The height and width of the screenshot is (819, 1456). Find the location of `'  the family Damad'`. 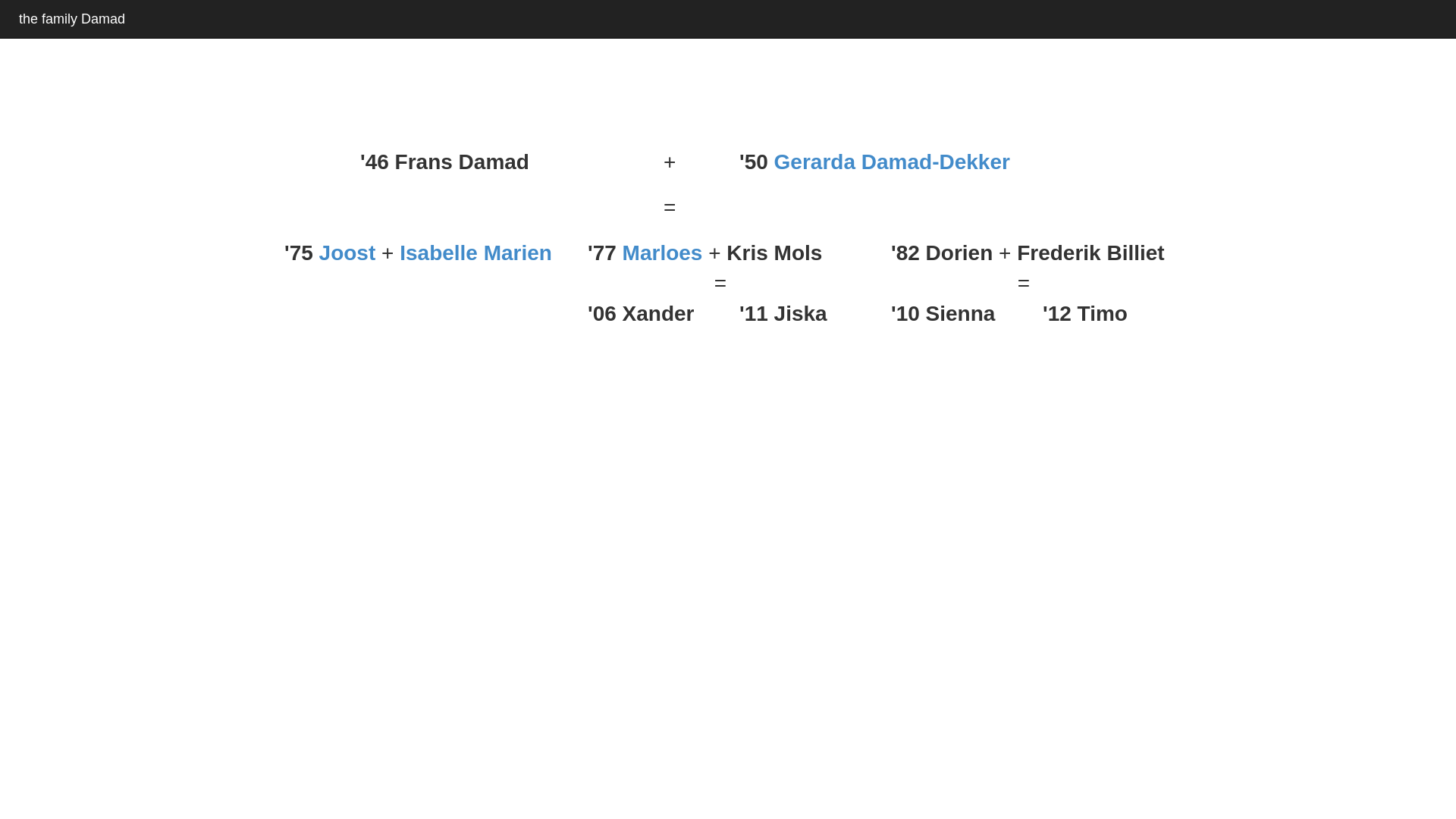

'  the family Damad' is located at coordinates (67, 18).